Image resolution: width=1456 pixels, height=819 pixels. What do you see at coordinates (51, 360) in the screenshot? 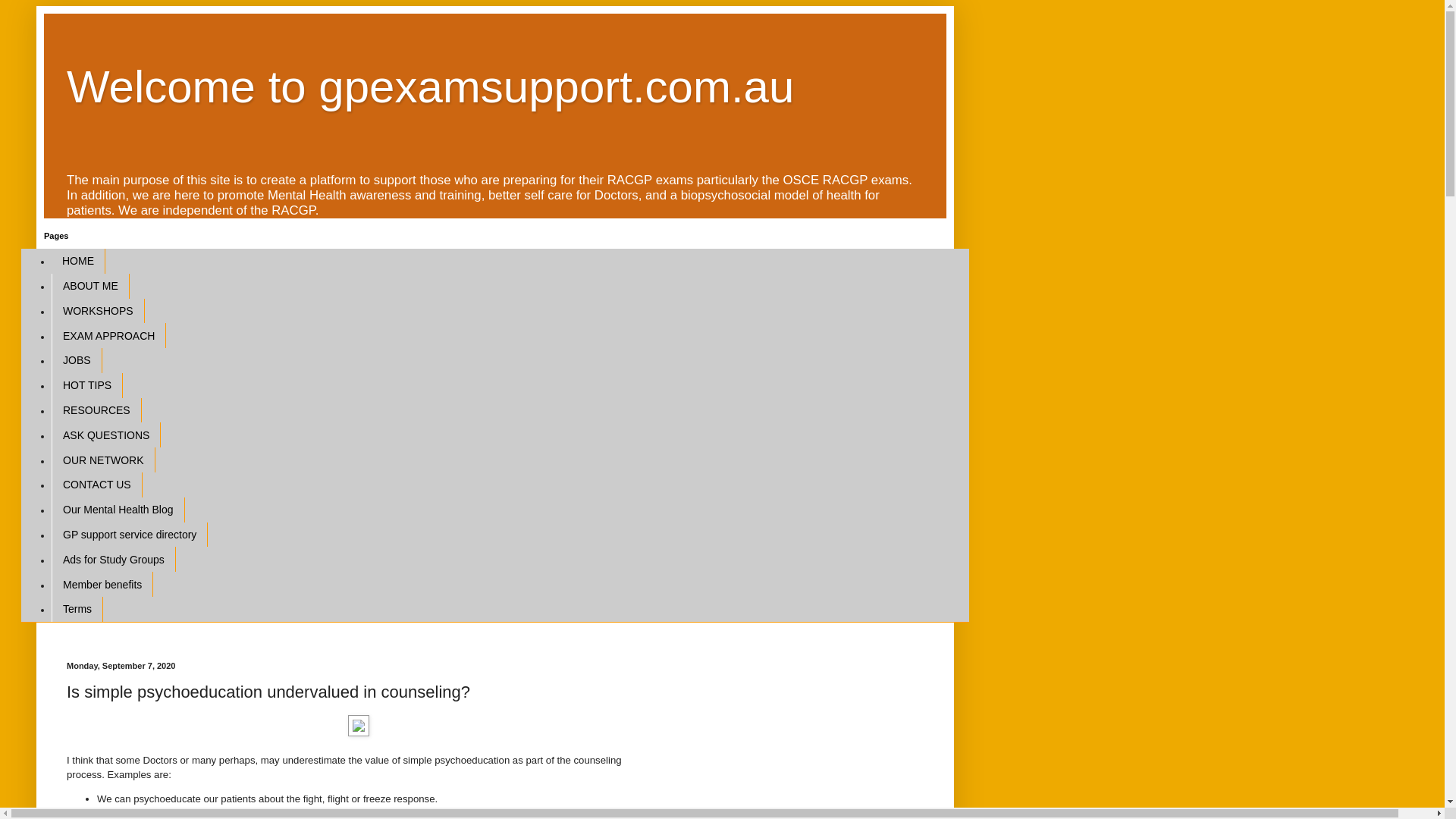
I see `'JOBS'` at bounding box center [51, 360].